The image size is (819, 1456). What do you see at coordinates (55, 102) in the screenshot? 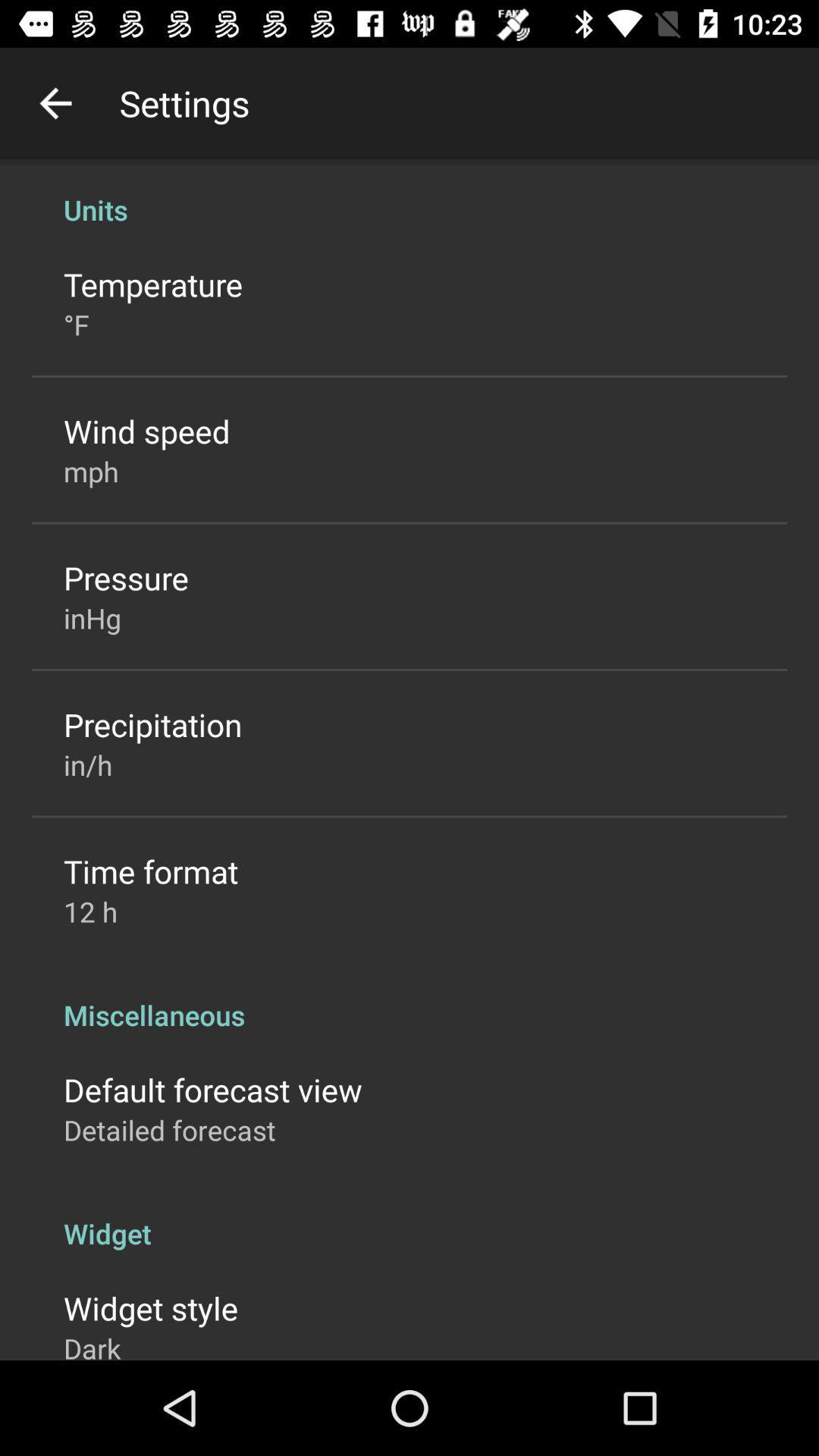
I see `go back` at bounding box center [55, 102].